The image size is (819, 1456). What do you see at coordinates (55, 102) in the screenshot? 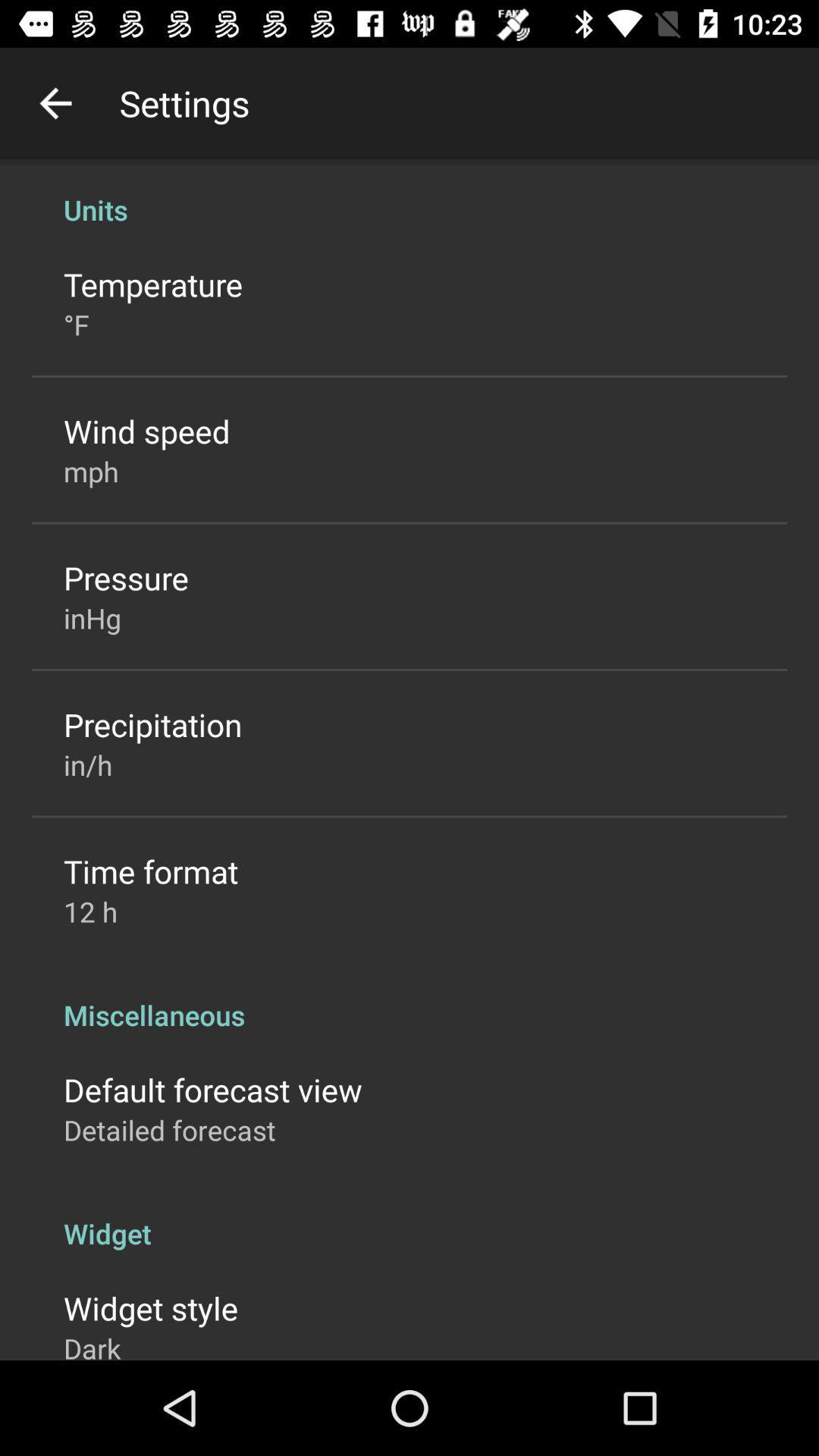
I see `go back` at bounding box center [55, 102].